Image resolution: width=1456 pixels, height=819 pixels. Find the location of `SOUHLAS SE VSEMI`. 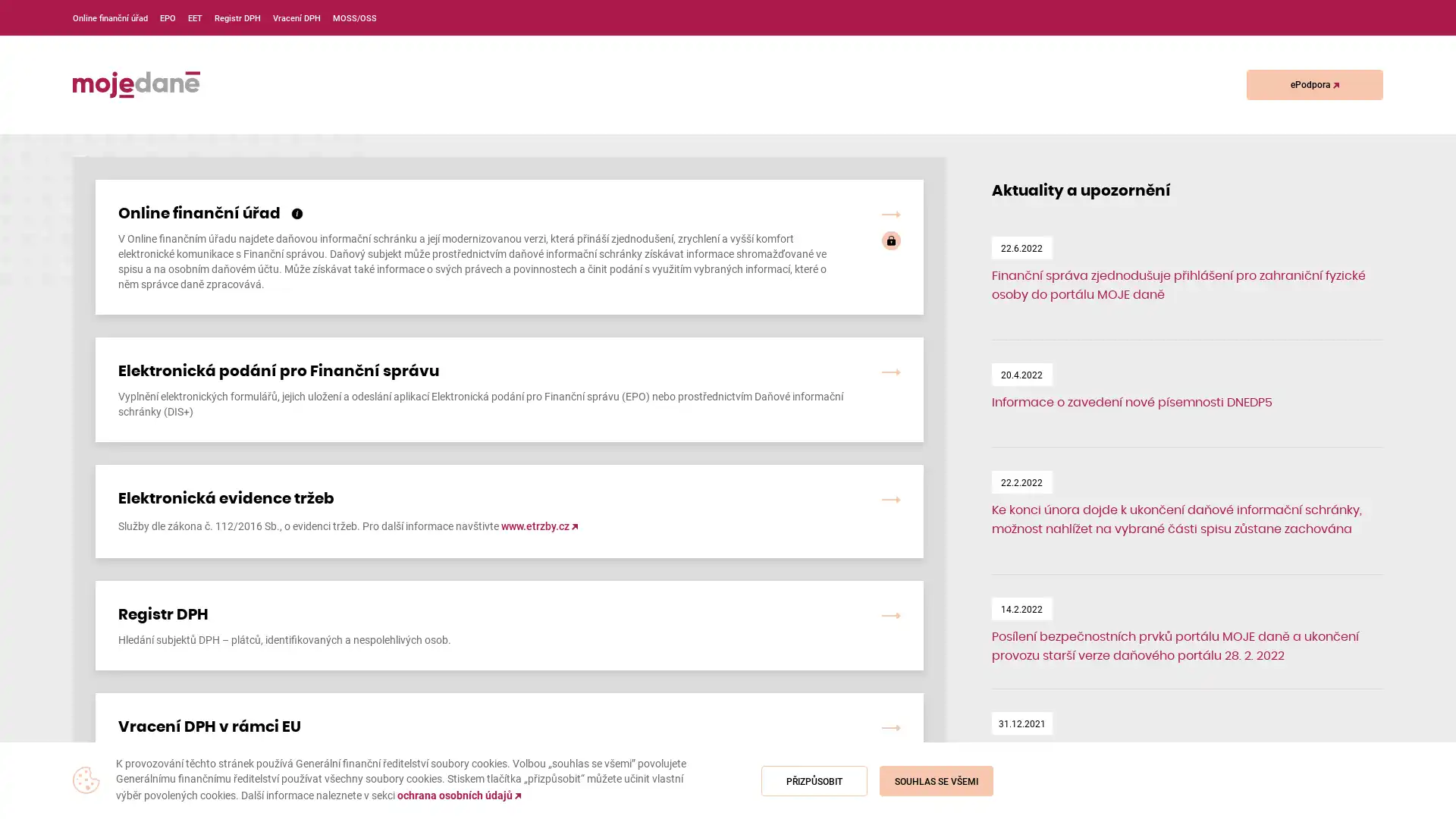

SOUHLAS SE VSEMI is located at coordinates (935, 780).